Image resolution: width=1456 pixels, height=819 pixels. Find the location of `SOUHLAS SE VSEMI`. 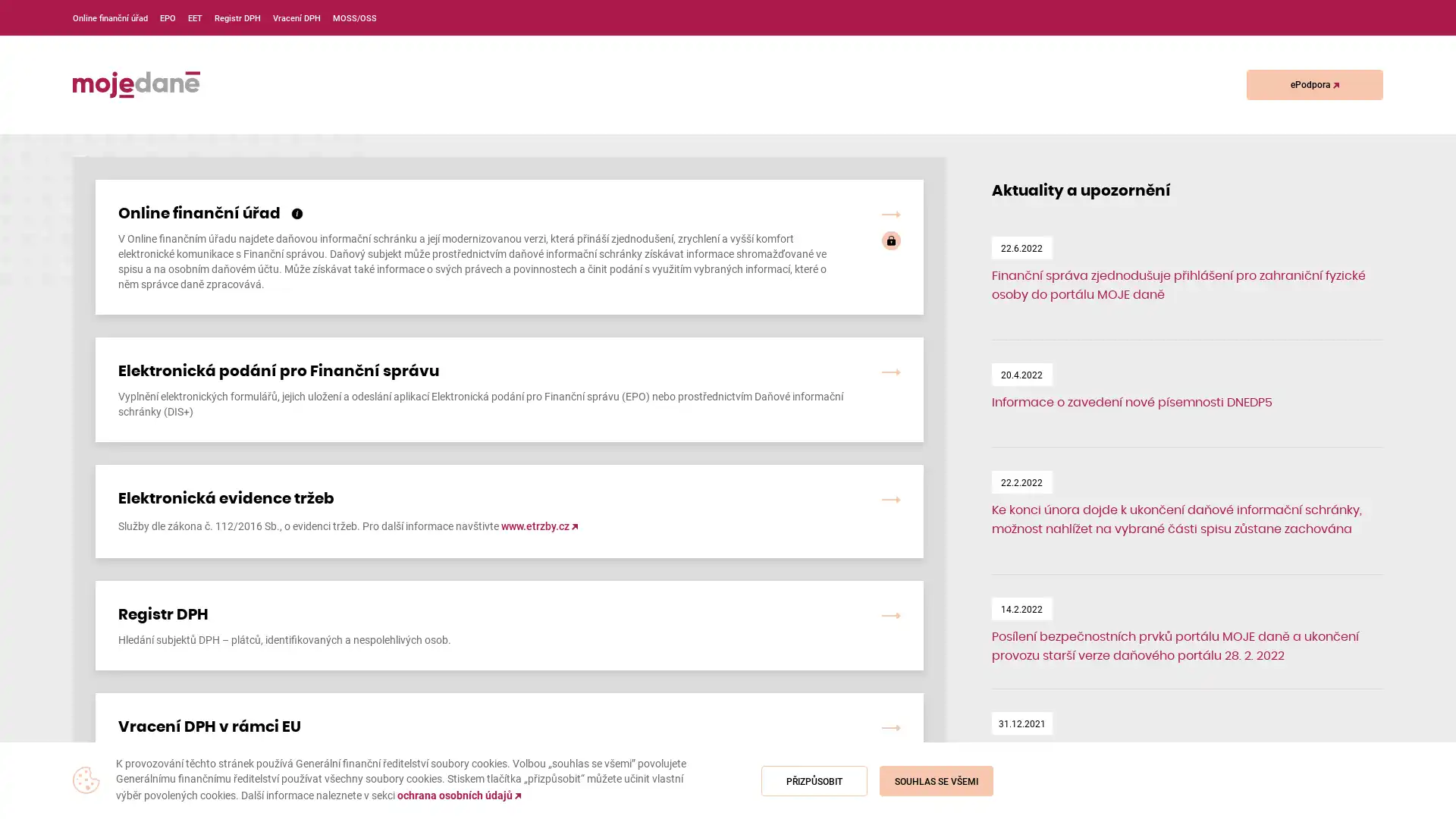

SOUHLAS SE VSEMI is located at coordinates (935, 780).